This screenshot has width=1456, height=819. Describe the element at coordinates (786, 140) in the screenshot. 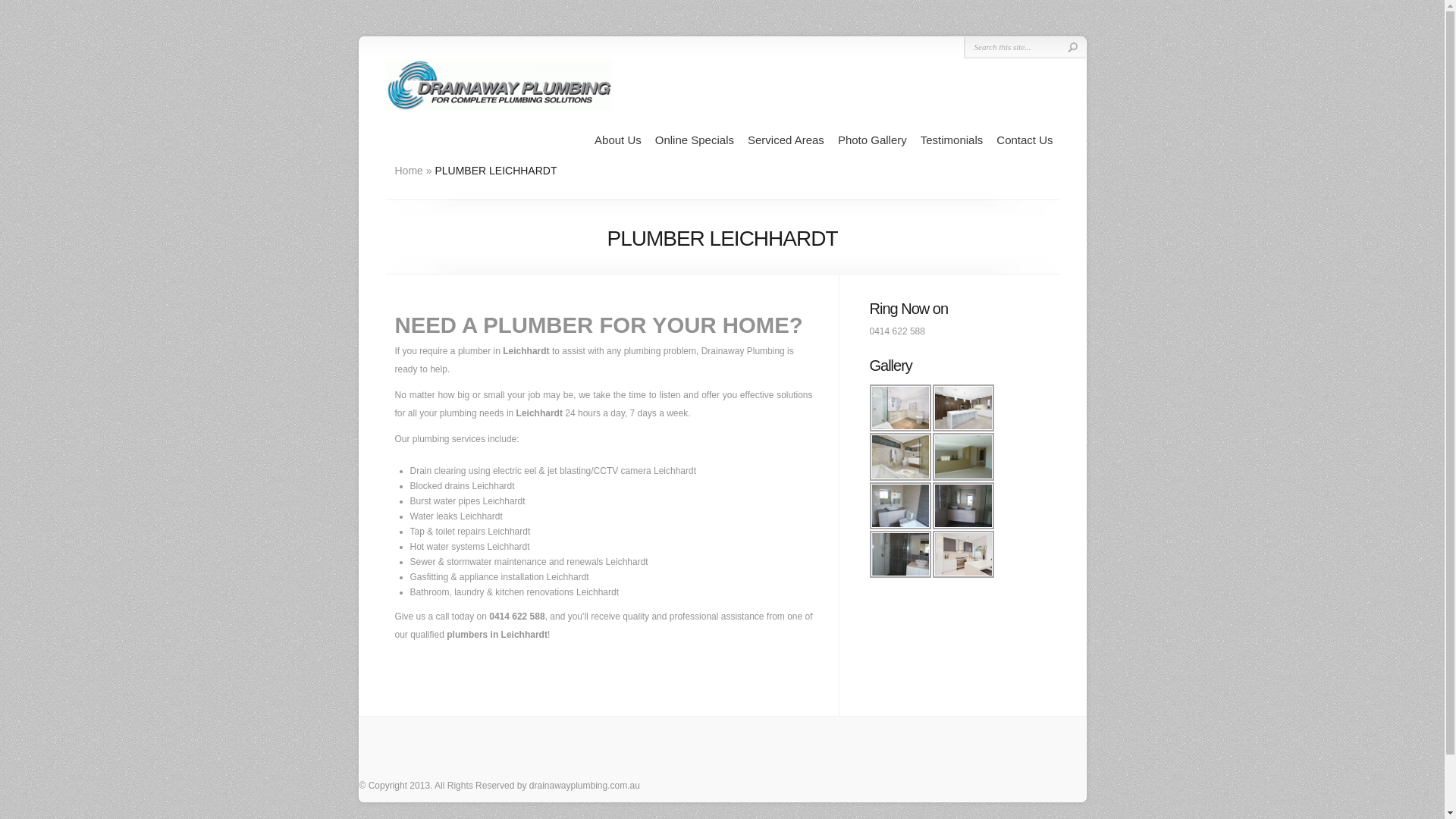

I see `'Serviced Areas'` at that location.